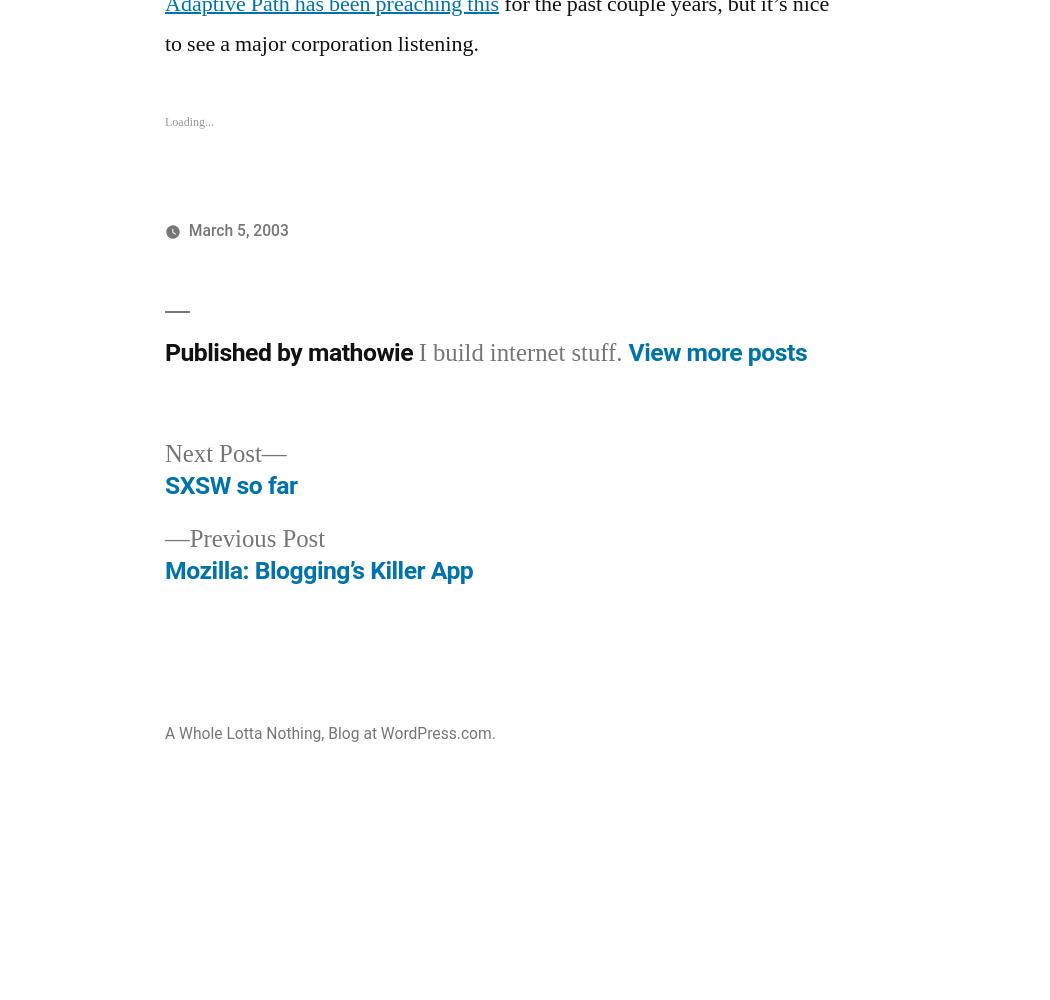 The height and width of the screenshot is (1000, 1050). Describe the element at coordinates (411, 732) in the screenshot. I see `'Blog at WordPress.com.'` at that location.